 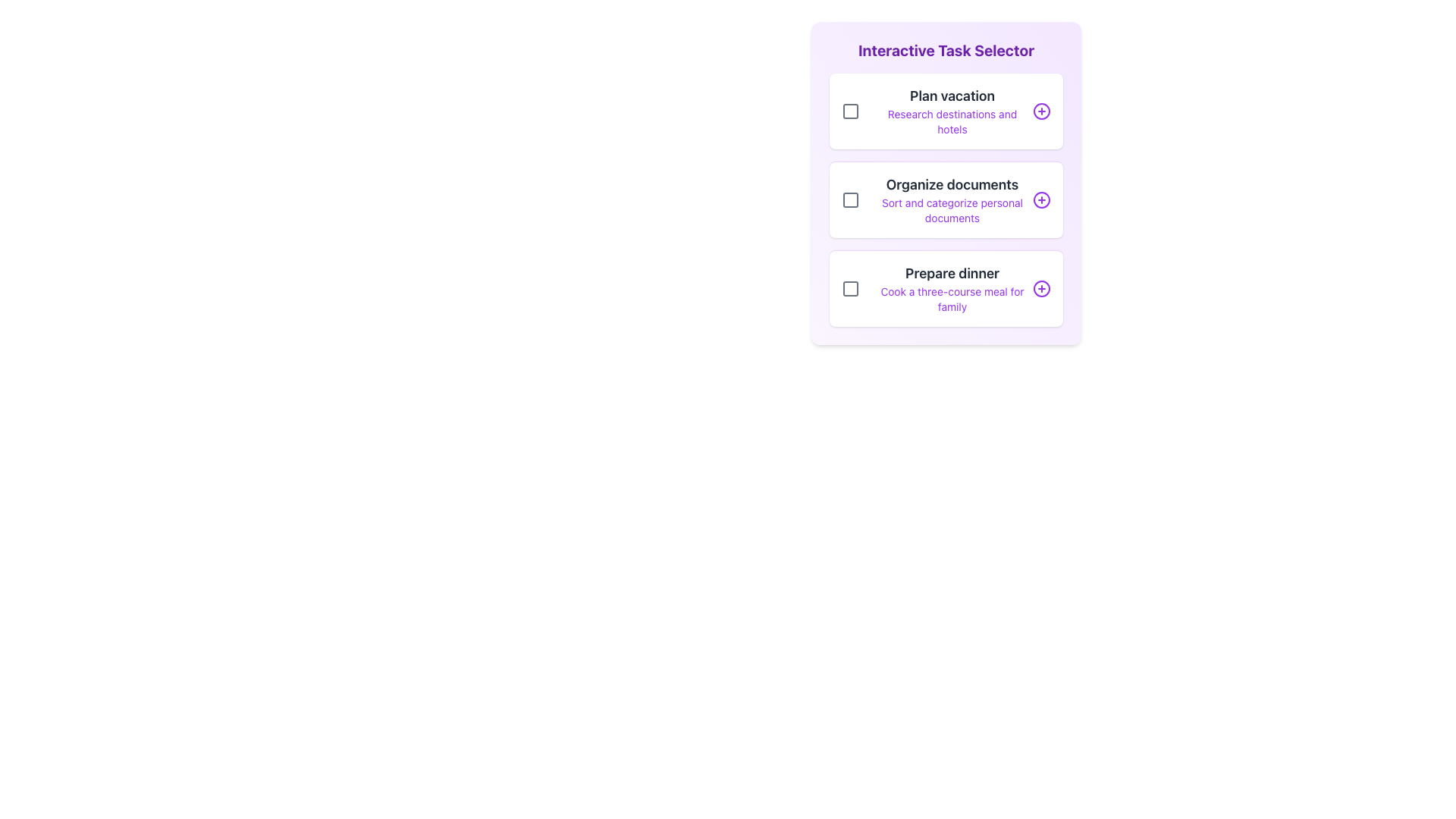 What do you see at coordinates (952, 299) in the screenshot?
I see `the descriptive text label located immediately below the 'Prepare dinner' heading, which provides additional context to the section` at bounding box center [952, 299].